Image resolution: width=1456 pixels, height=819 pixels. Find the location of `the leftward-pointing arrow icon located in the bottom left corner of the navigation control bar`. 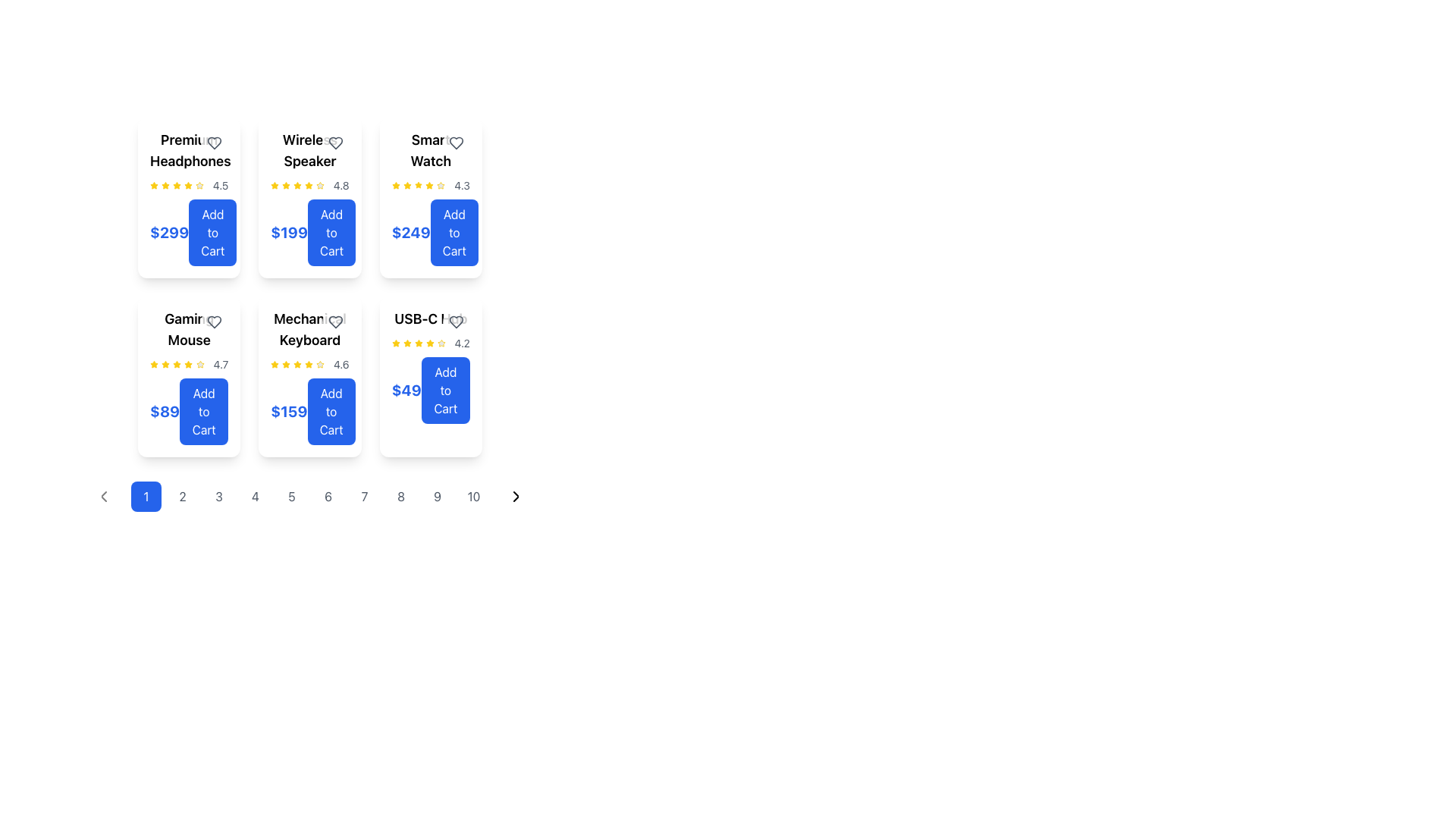

the leftward-pointing arrow icon located in the bottom left corner of the navigation control bar is located at coordinates (103, 497).